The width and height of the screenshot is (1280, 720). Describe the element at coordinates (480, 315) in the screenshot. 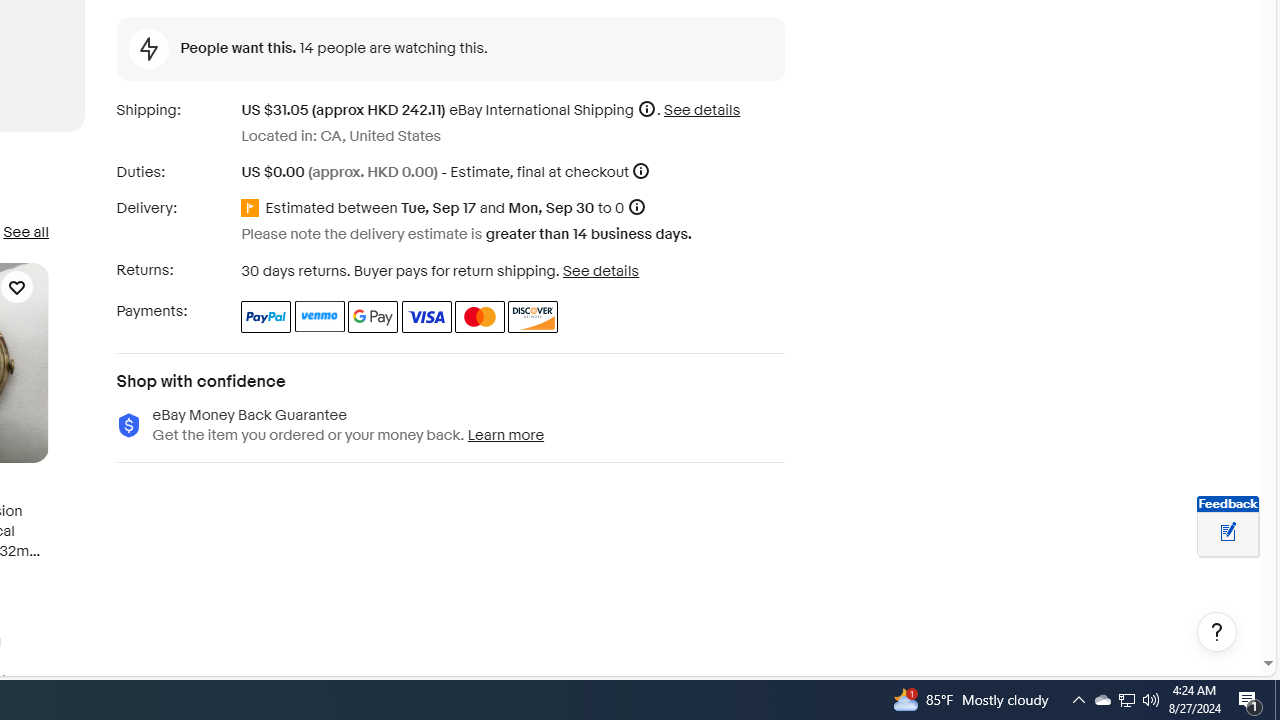

I see `'Master Card'` at that location.